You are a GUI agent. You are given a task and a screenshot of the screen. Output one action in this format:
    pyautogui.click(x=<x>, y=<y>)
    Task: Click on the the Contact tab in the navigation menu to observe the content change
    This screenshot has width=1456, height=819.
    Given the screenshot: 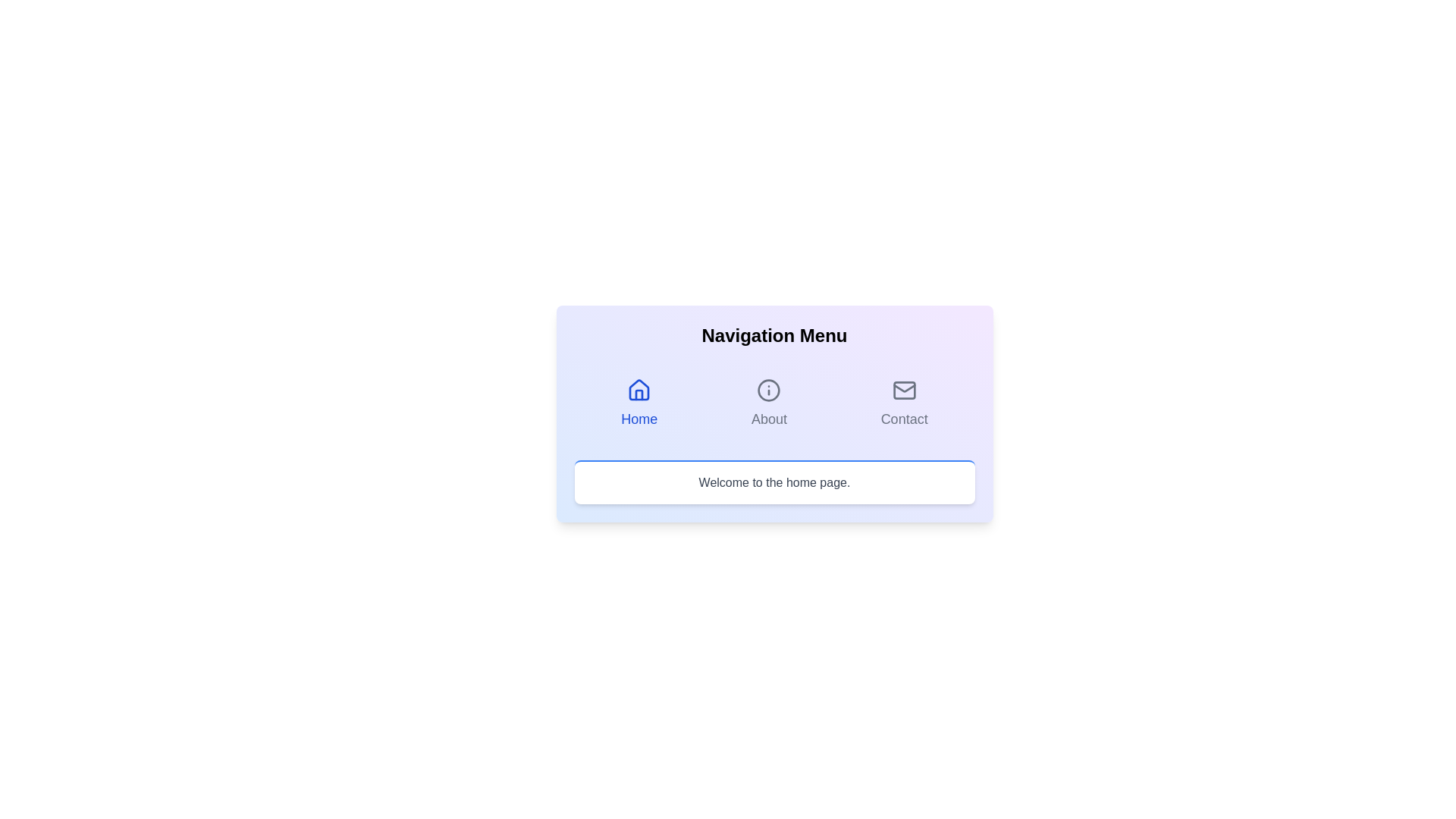 What is the action you would take?
    pyautogui.click(x=903, y=403)
    